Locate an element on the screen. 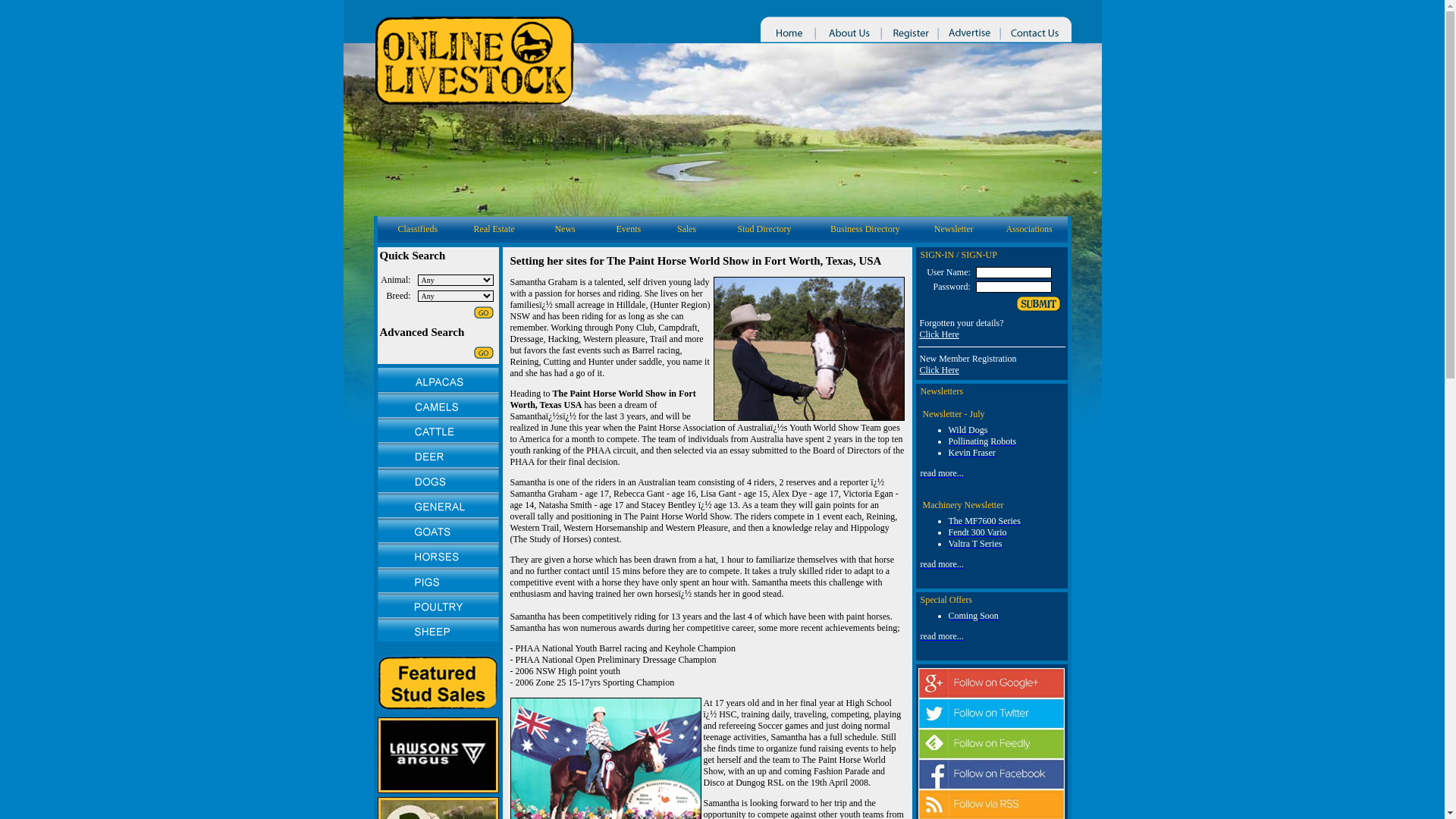  'Coming Soon' is located at coordinates (972, 616).